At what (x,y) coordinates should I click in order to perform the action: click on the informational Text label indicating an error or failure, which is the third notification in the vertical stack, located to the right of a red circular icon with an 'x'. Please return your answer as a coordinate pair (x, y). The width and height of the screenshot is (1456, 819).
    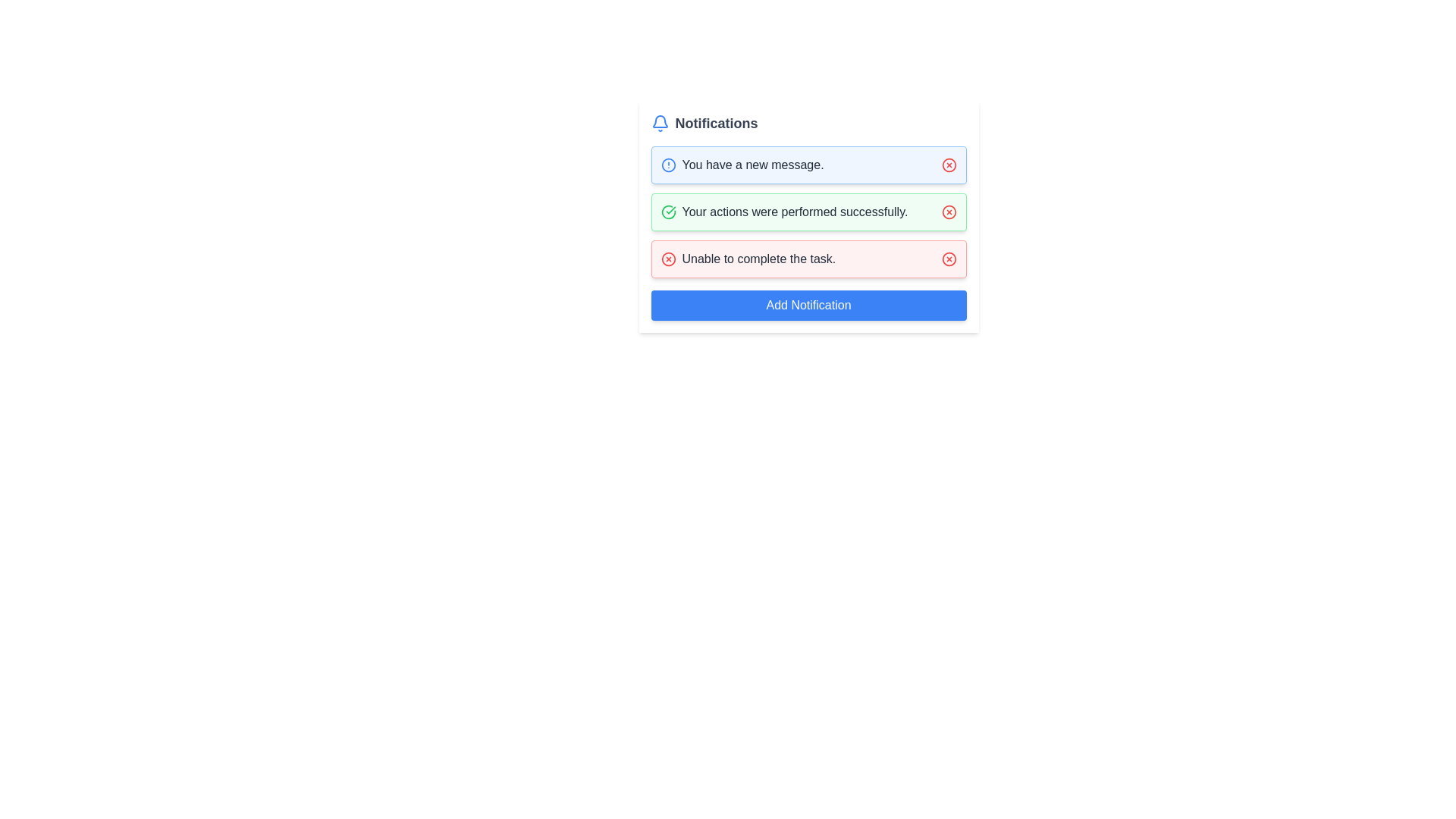
    Looking at the image, I should click on (758, 259).